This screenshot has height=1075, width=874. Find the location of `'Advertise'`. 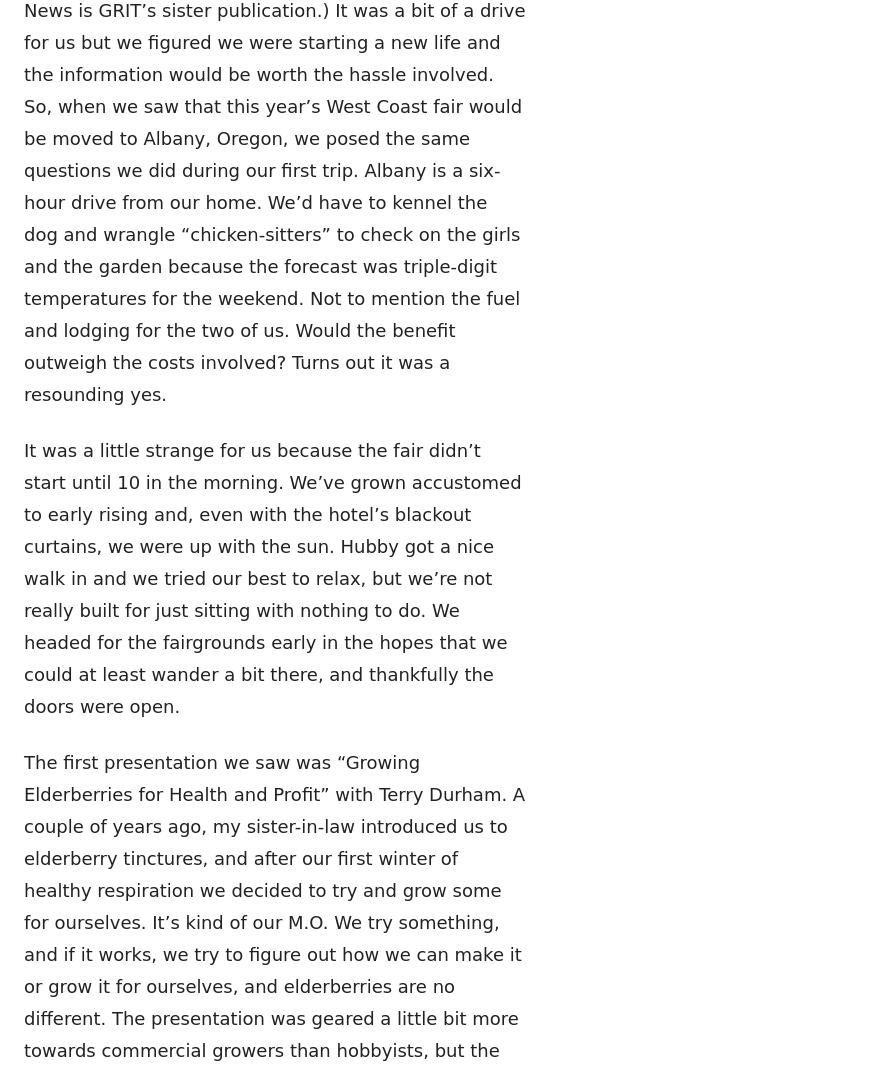

'Advertise' is located at coordinates (403, 898).